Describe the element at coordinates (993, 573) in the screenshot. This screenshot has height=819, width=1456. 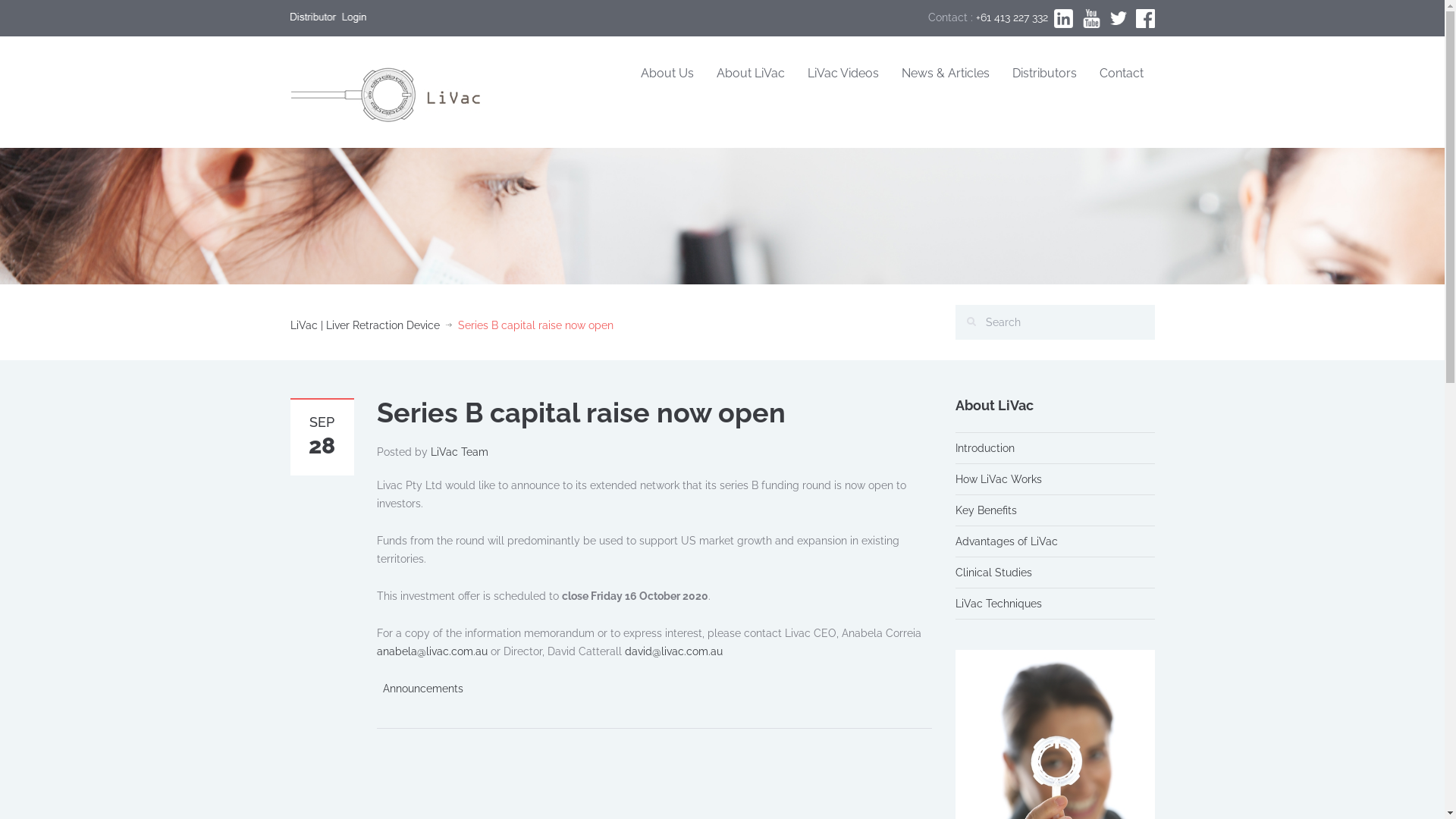
I see `'Clinical Studies'` at that location.